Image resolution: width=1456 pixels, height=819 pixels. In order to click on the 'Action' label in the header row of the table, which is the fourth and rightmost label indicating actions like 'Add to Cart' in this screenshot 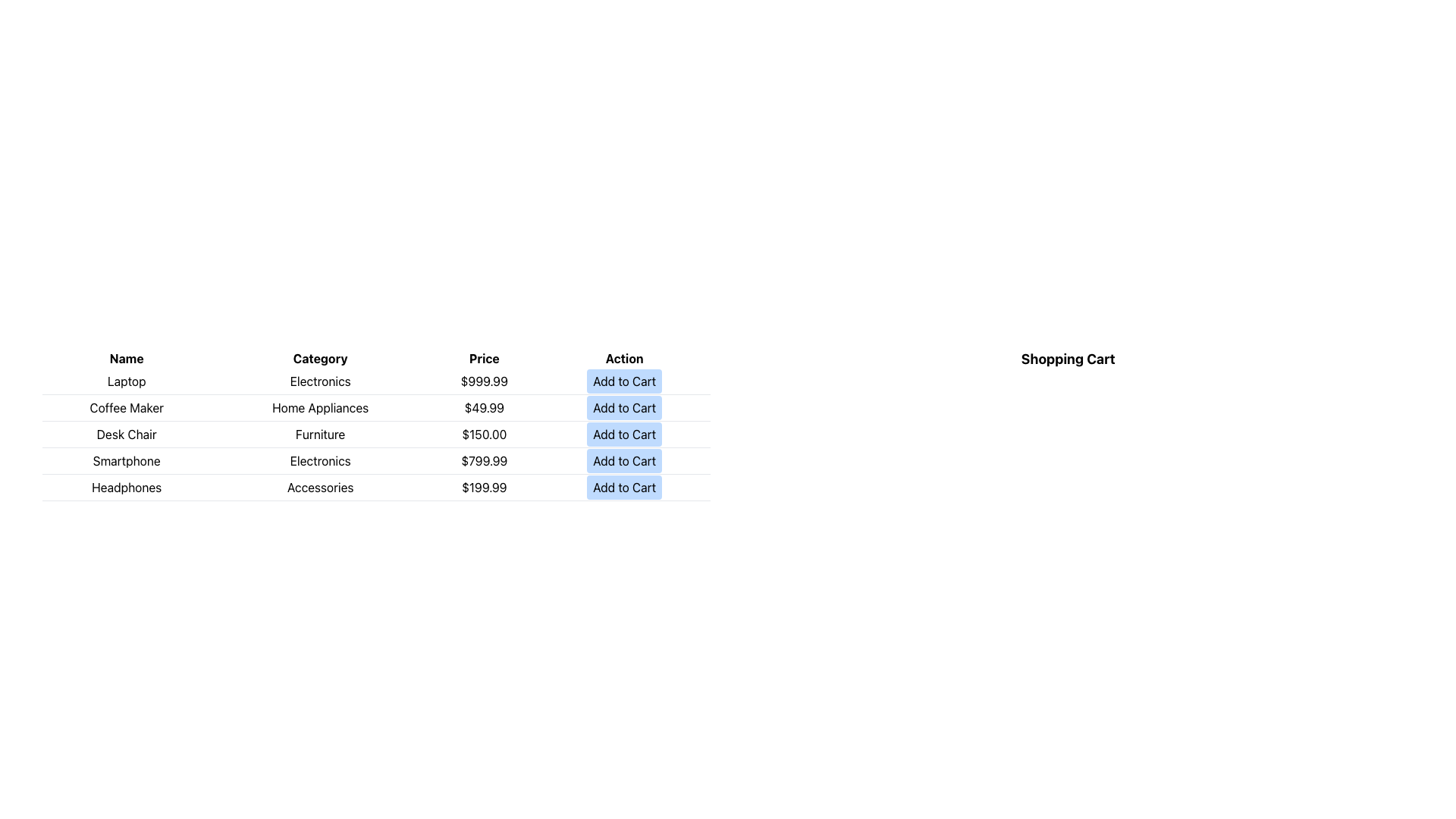, I will do `click(624, 359)`.